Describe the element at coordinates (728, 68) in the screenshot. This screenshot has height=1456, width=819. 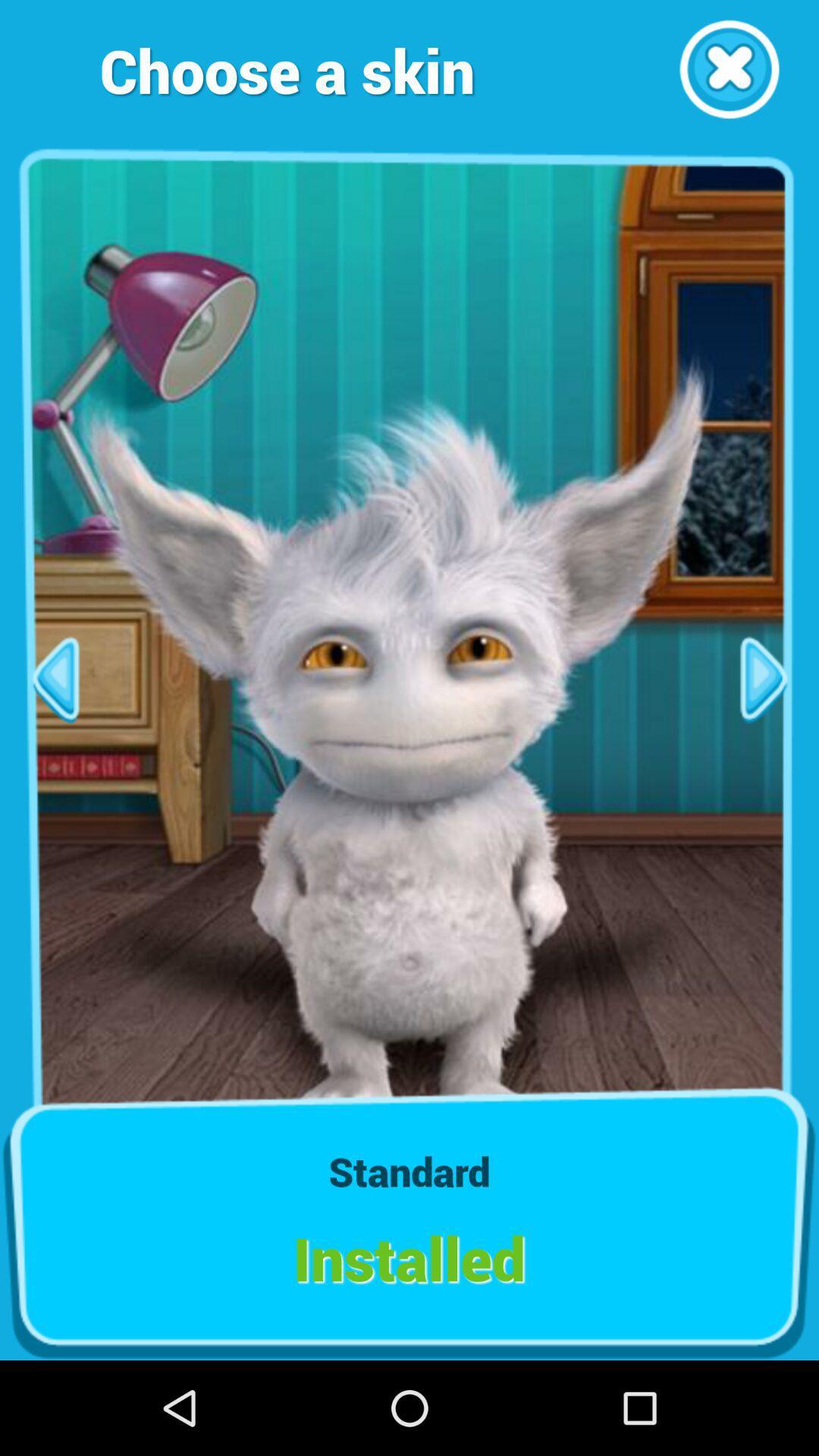
I see `close` at that location.